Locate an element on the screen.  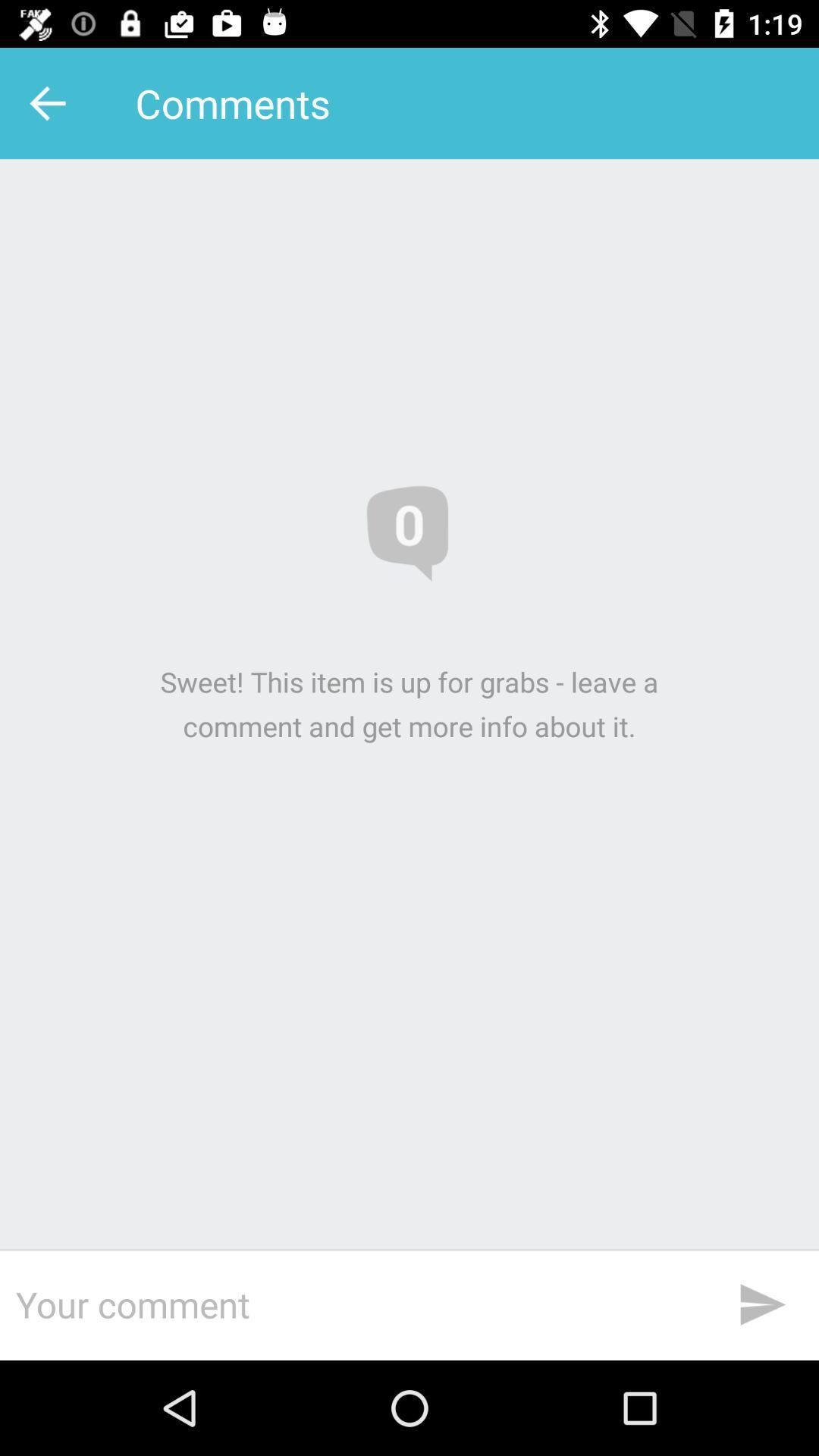
item next to the comments is located at coordinates (51, 102).